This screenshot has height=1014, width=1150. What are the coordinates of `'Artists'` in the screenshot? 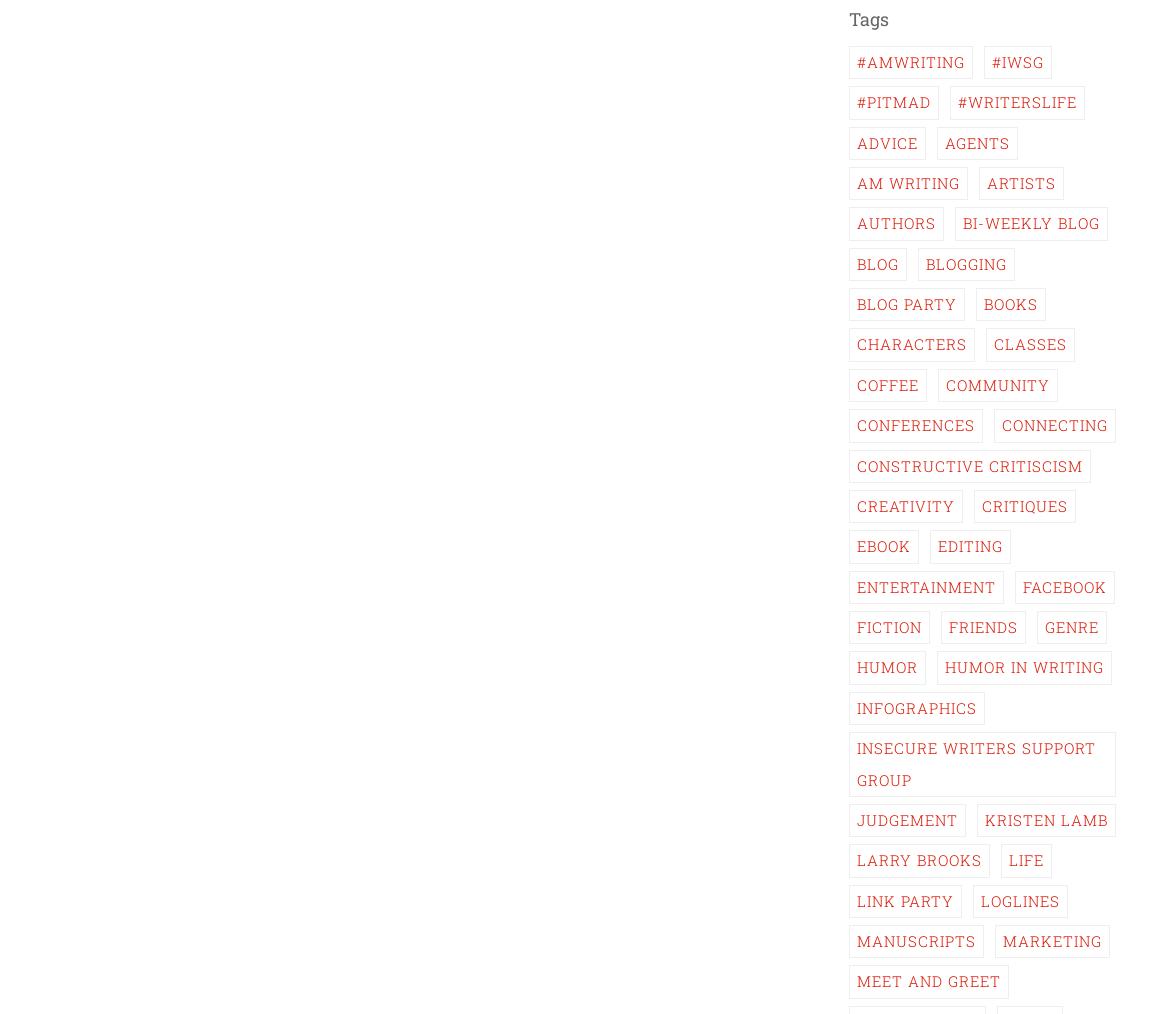 It's located at (1021, 181).